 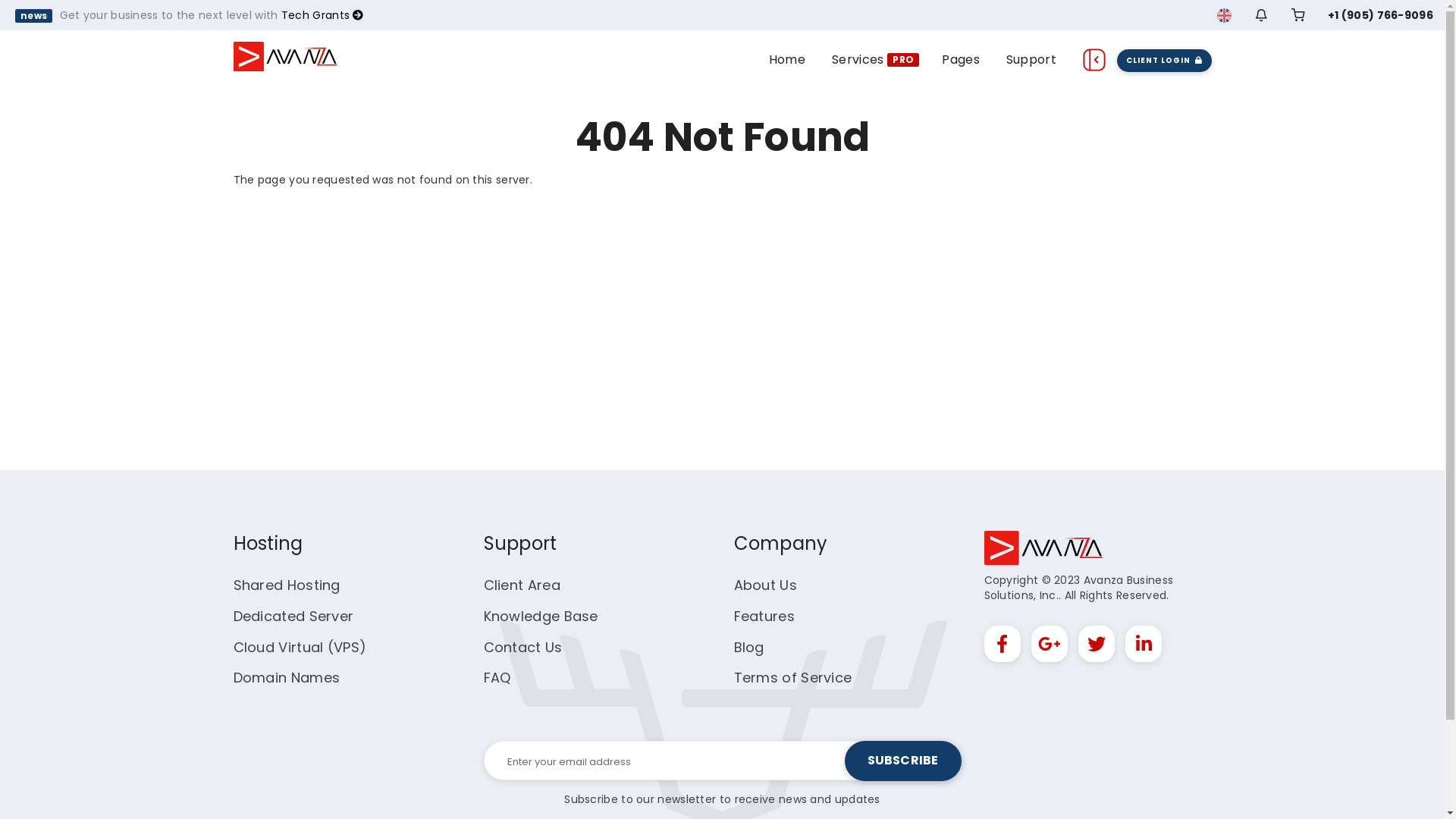 I want to click on 'Contact Us', so click(x=483, y=647).